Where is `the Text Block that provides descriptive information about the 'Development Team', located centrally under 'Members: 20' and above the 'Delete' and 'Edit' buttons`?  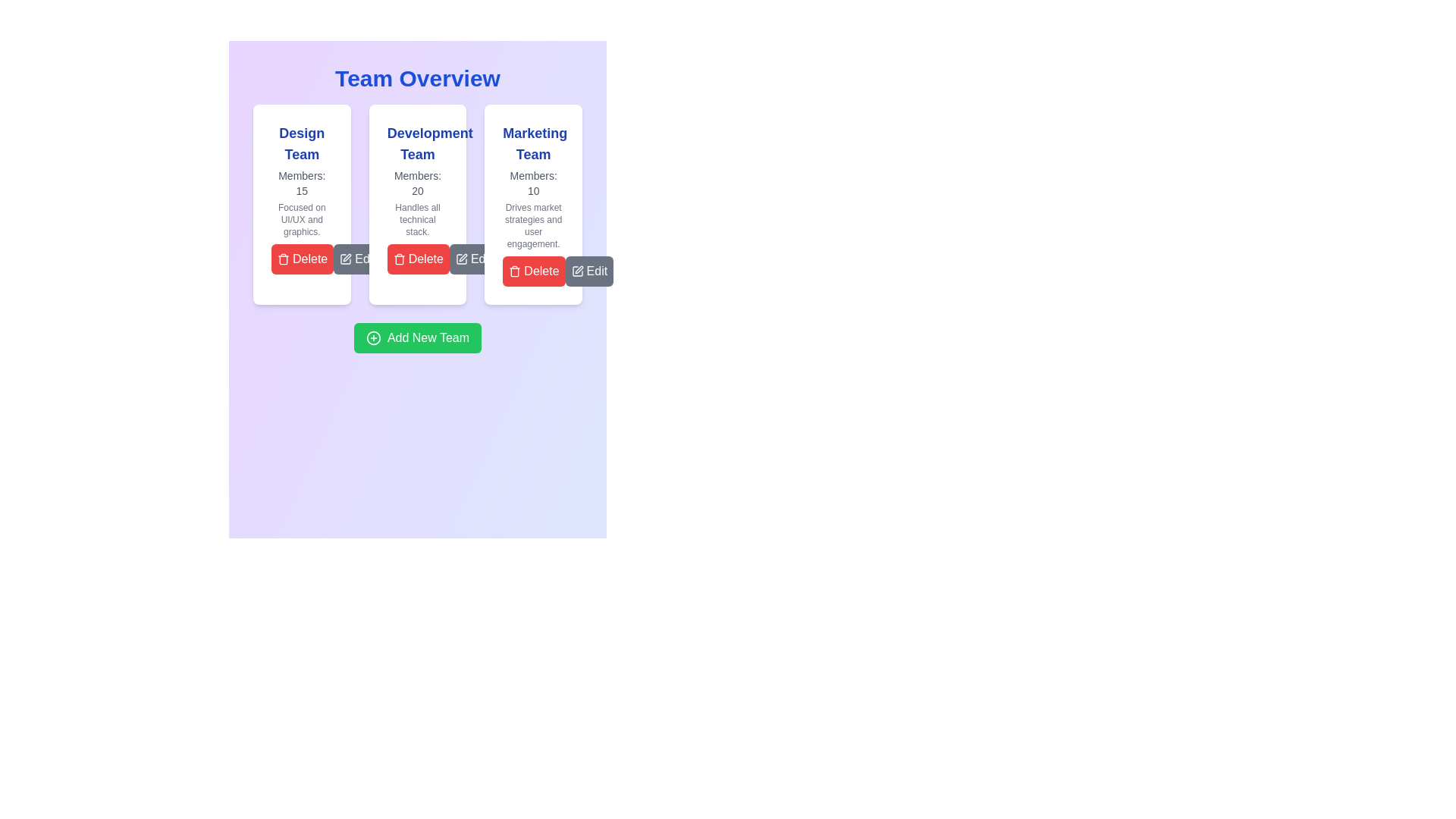
the Text Block that provides descriptive information about the 'Development Team', located centrally under 'Members: 20' and above the 'Delete' and 'Edit' buttons is located at coordinates (418, 219).